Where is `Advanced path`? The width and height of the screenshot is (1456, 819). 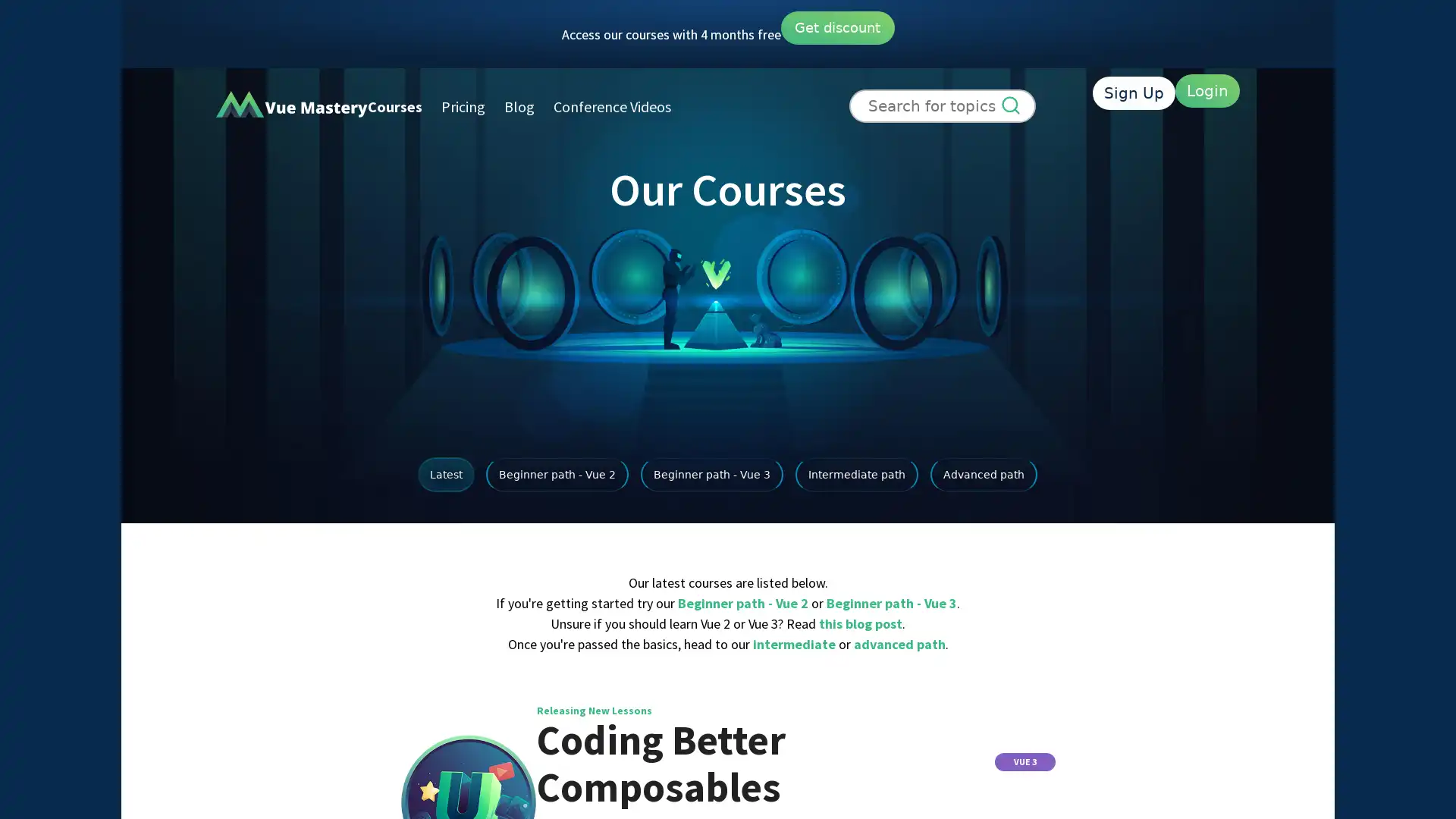 Advanced path is located at coordinates (1076, 473).